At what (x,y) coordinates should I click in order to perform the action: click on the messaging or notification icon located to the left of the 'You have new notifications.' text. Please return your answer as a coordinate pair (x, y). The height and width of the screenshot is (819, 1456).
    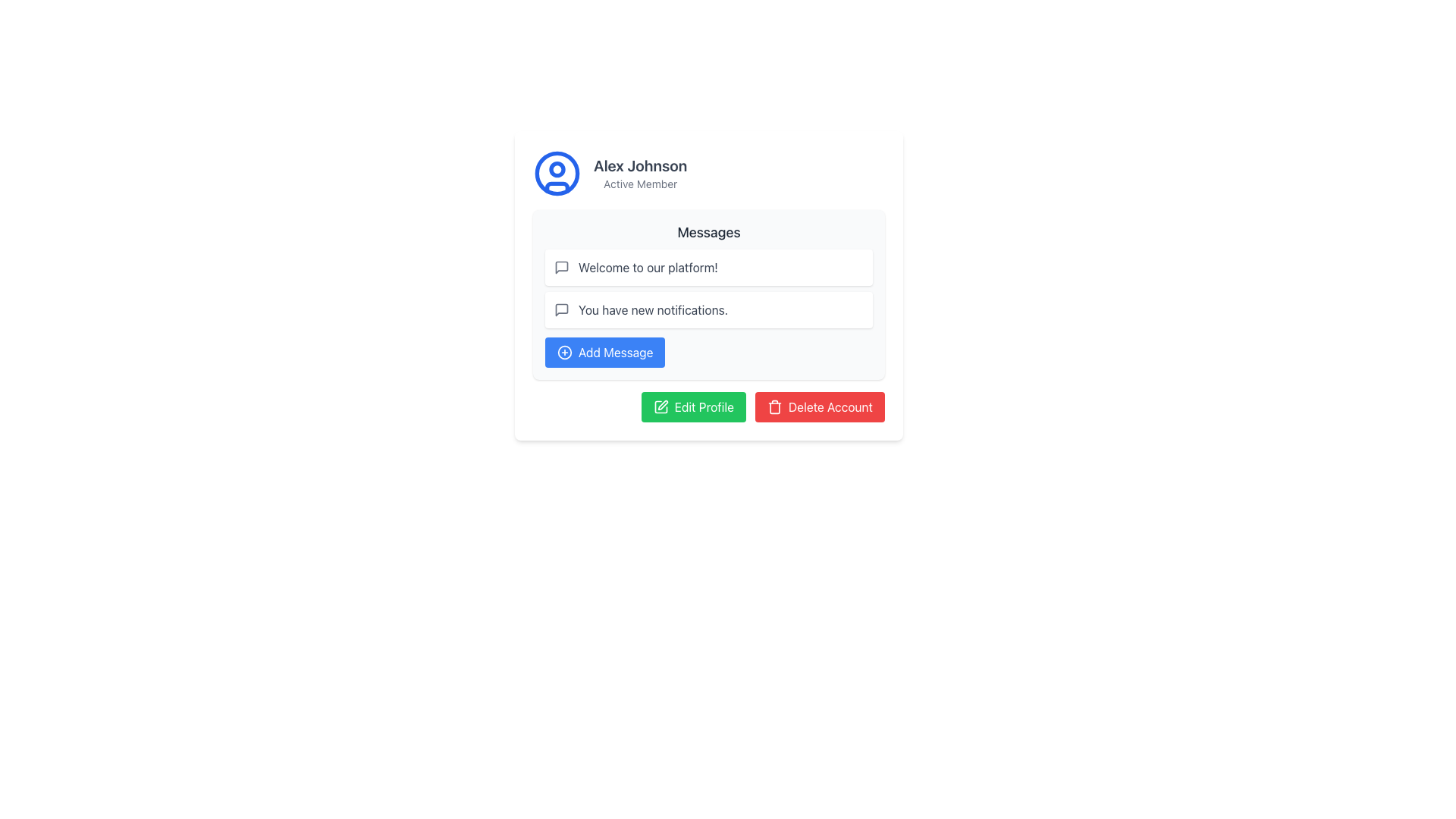
    Looking at the image, I should click on (560, 309).